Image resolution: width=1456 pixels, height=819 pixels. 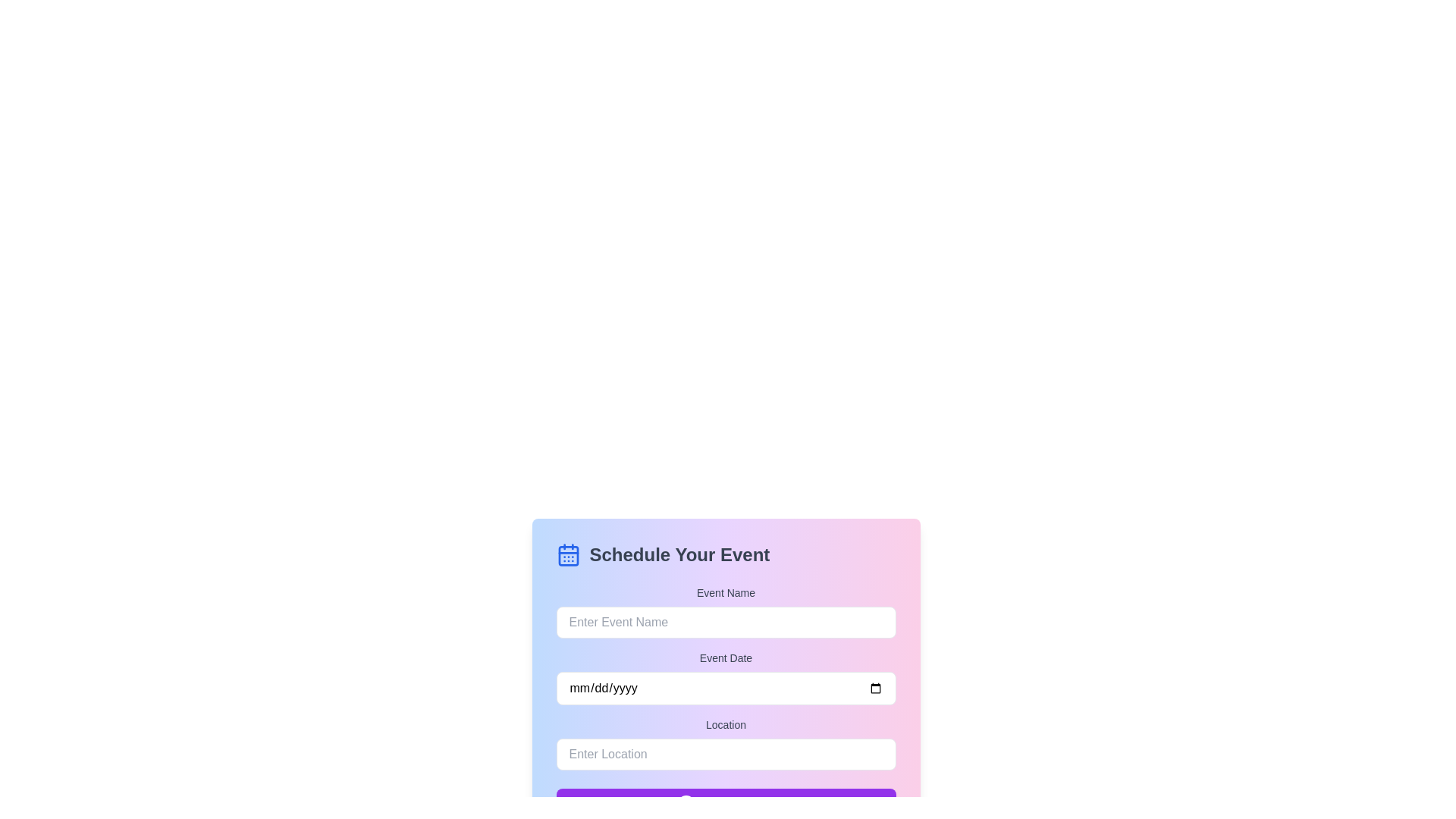 I want to click on the circular icon with a plus symbol (+) located on the left side of the 'Create Event' button near the bottom center of the interface, so click(x=685, y=803).